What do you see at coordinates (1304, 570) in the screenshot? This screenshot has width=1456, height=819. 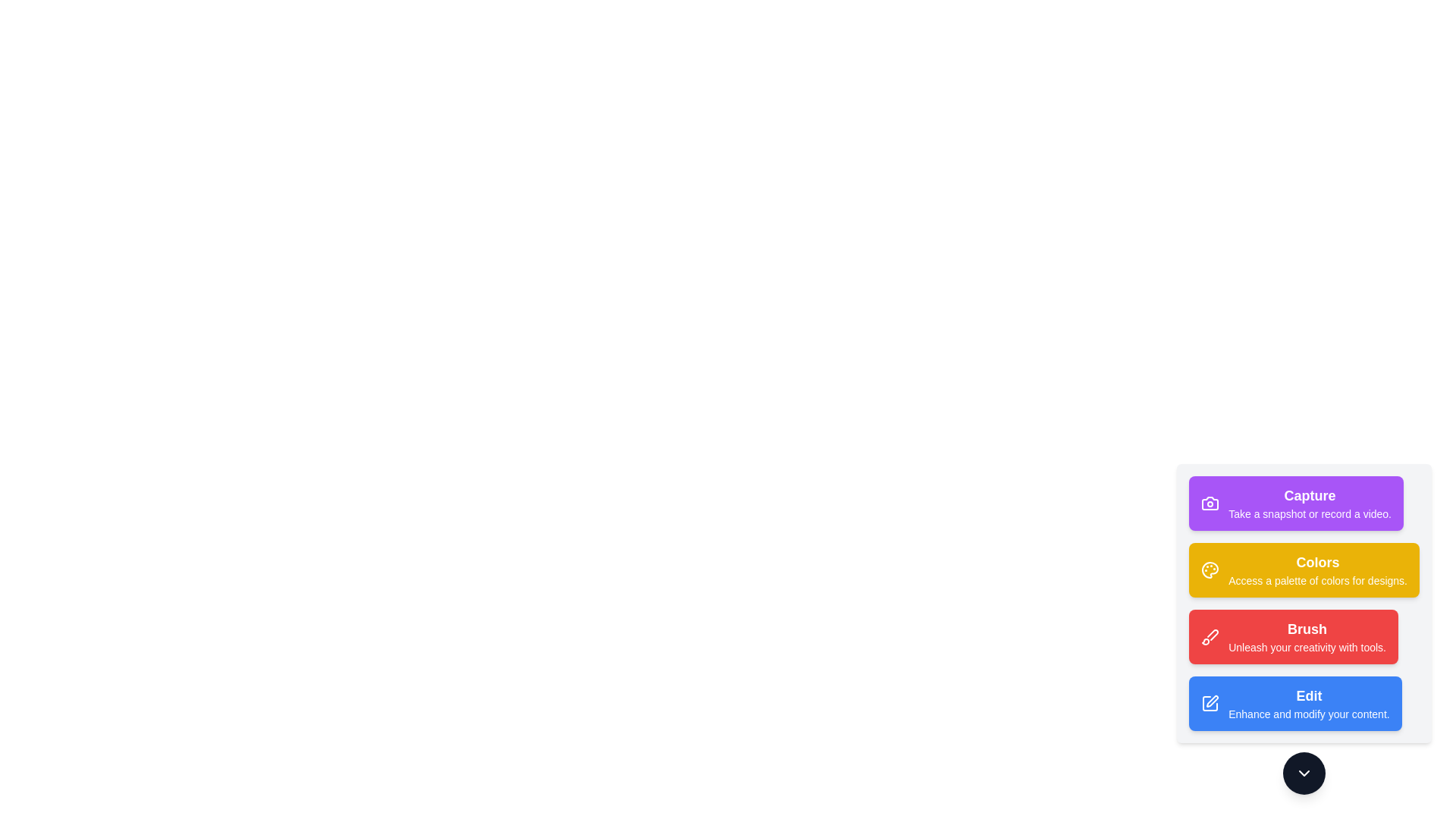 I see `the tool button labeled Colors to view its hover effect` at bounding box center [1304, 570].